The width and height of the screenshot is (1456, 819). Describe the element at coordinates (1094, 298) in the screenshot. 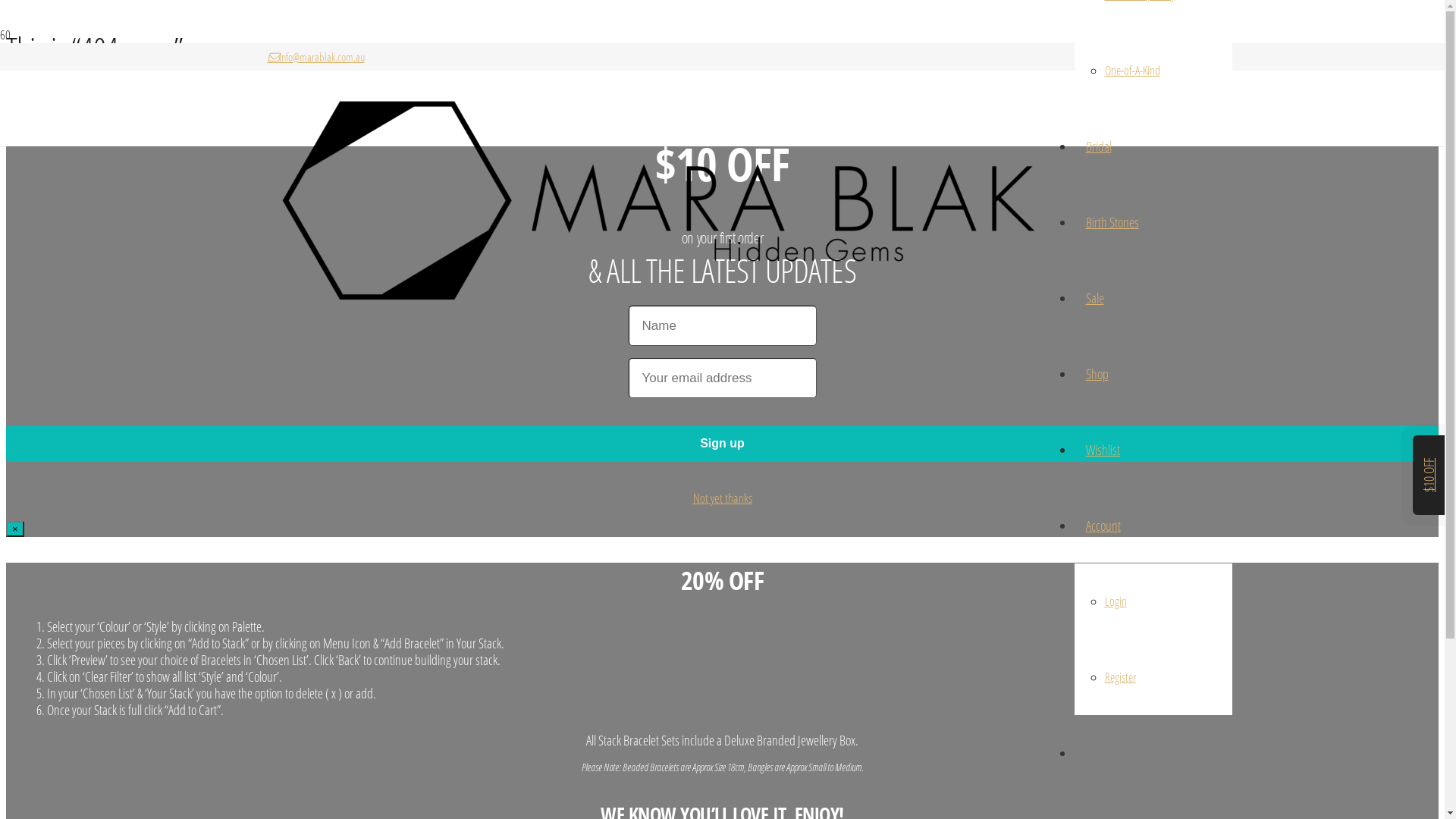

I see `'Sale'` at that location.